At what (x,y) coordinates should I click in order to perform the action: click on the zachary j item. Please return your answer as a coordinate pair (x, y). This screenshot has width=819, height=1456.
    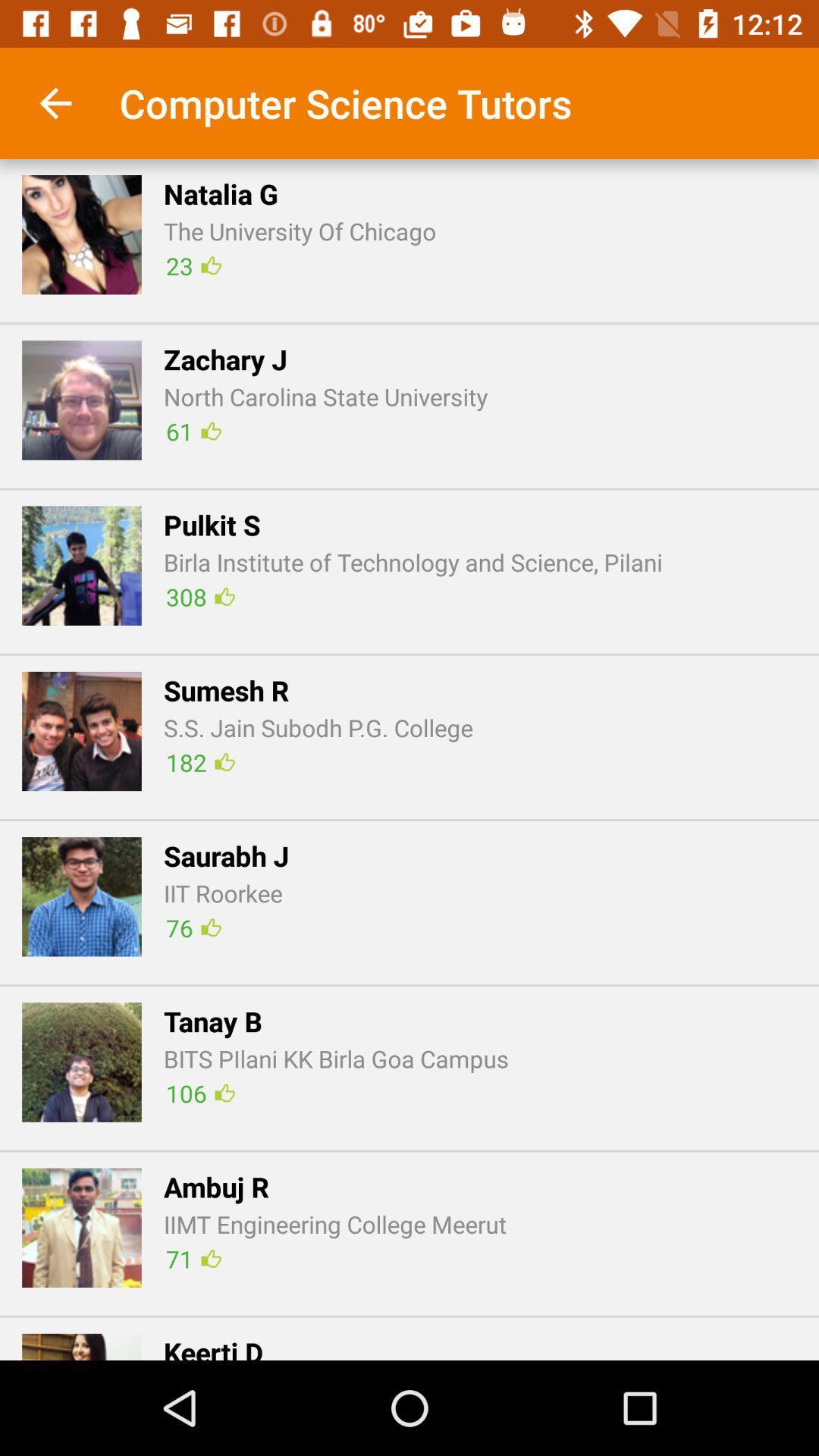
    Looking at the image, I should click on (225, 359).